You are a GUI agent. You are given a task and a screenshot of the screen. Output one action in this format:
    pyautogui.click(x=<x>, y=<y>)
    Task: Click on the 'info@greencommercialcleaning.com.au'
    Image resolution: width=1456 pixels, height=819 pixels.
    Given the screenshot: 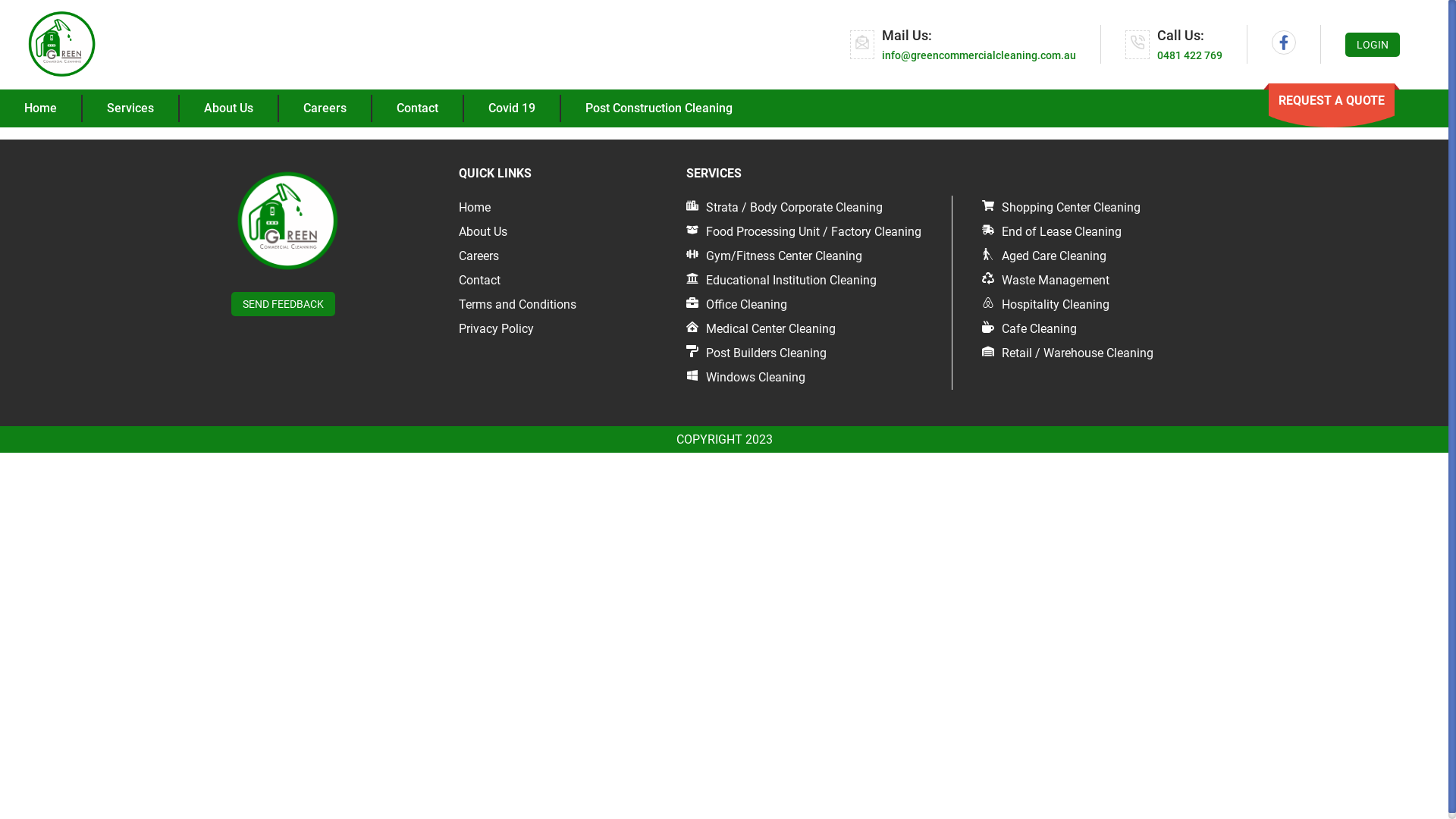 What is the action you would take?
    pyautogui.click(x=979, y=55)
    